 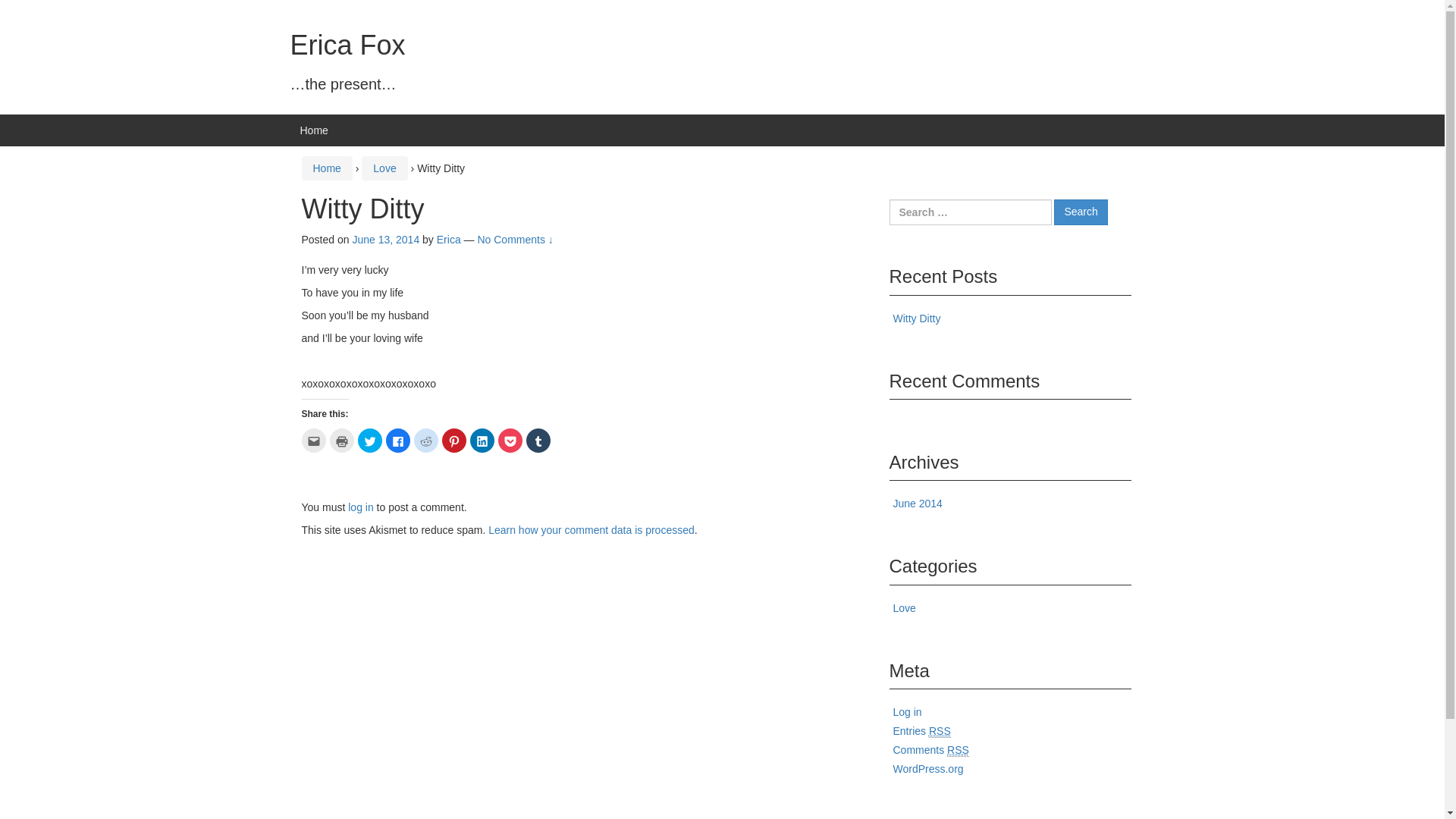 I want to click on 'June 13, 2014', so click(x=351, y=239).